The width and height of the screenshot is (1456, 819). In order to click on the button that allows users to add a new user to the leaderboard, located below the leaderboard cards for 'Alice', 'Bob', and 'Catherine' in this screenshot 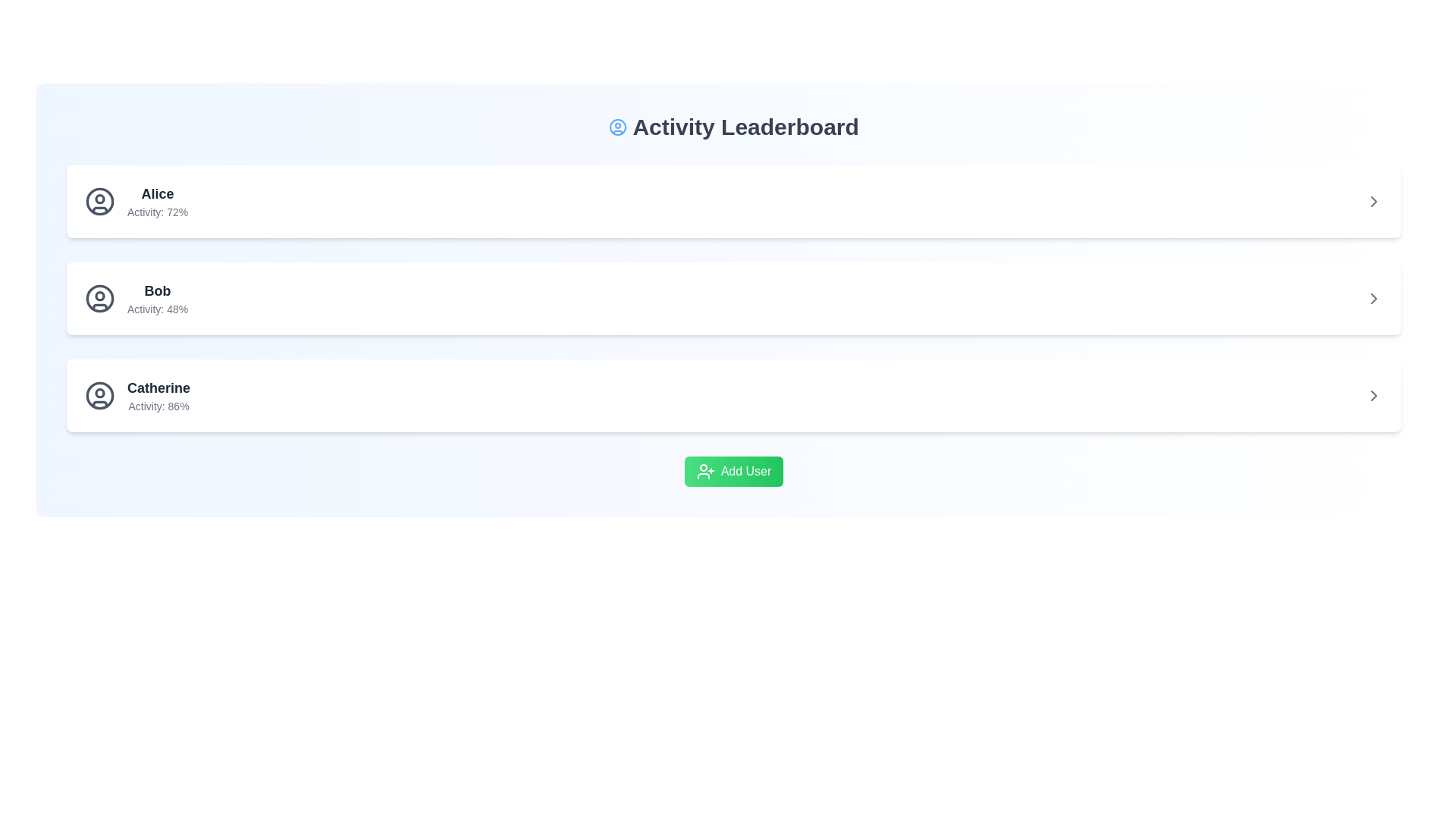, I will do `click(734, 470)`.